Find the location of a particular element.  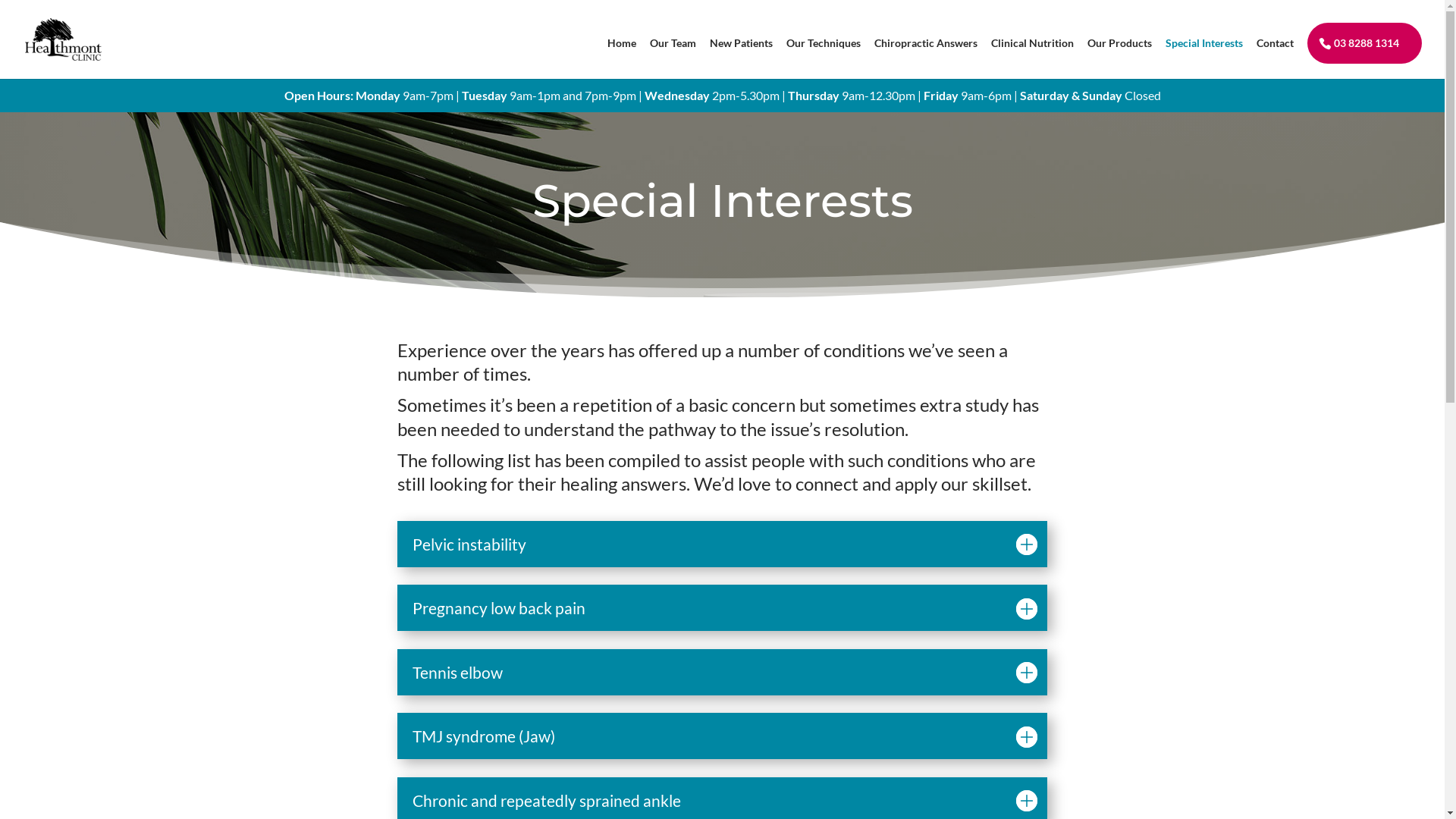

'Our Team' is located at coordinates (650, 54).